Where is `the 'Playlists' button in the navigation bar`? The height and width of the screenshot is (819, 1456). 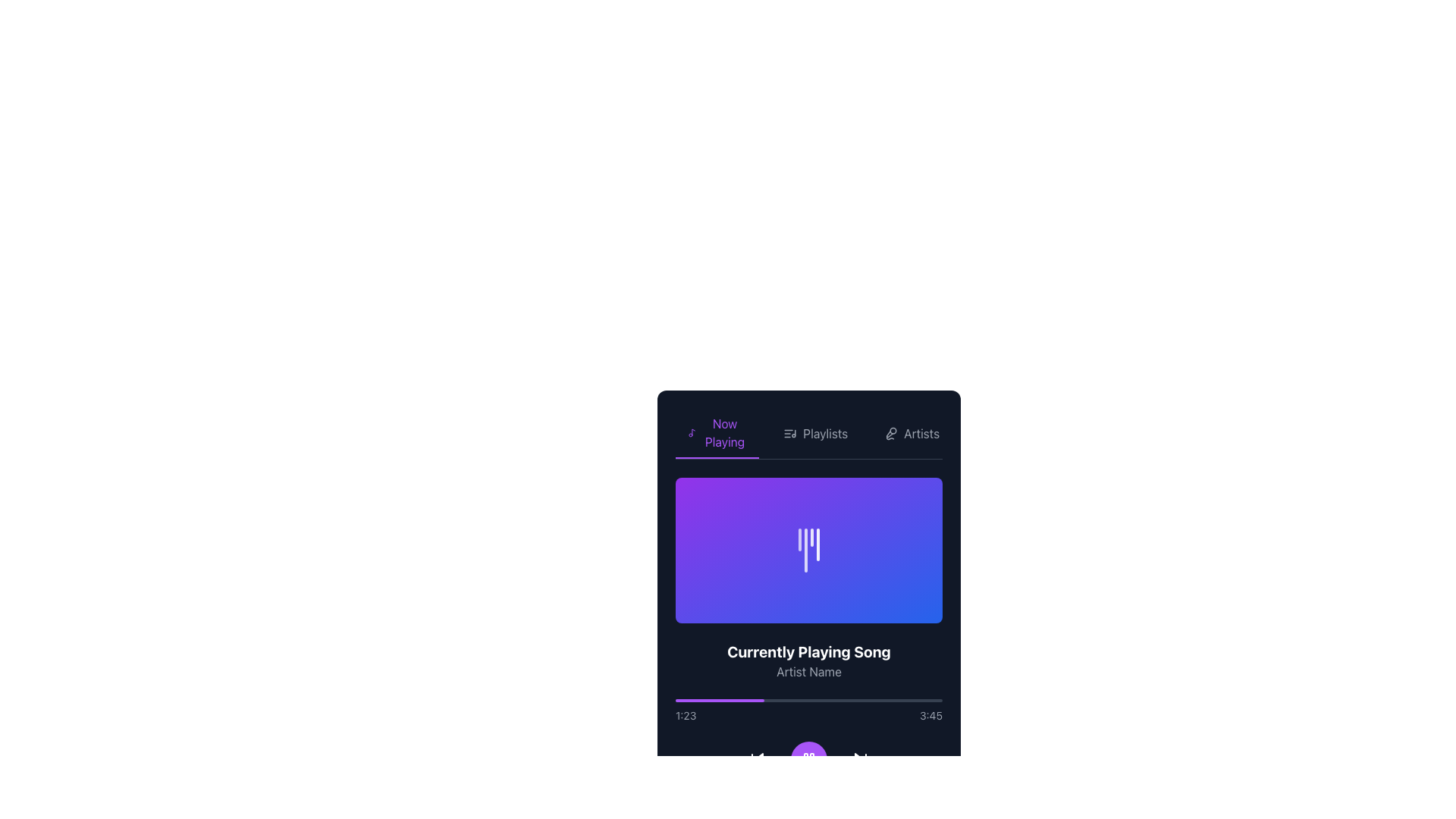
the 'Playlists' button in the navigation bar is located at coordinates (814, 433).